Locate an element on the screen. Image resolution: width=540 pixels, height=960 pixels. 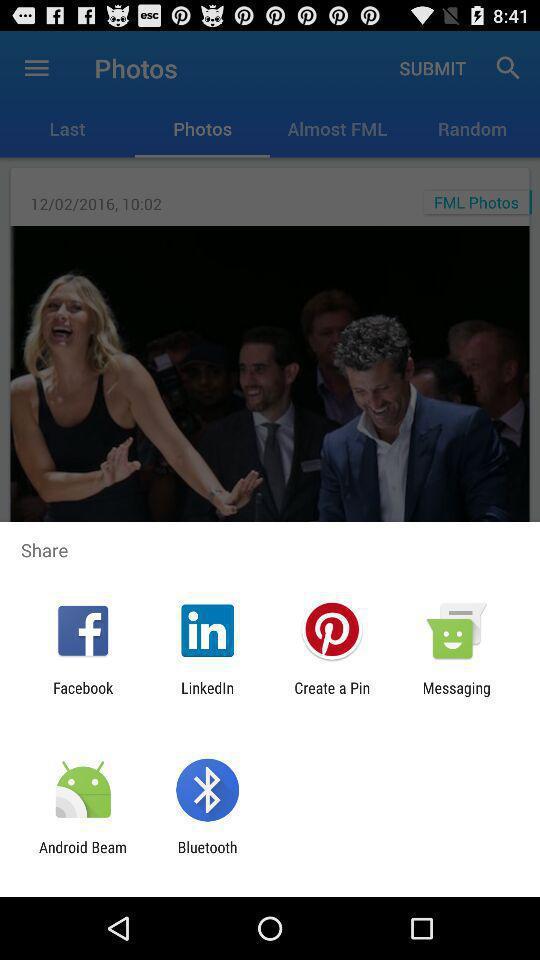
the icon to the left of the create a pin app is located at coordinates (206, 696).